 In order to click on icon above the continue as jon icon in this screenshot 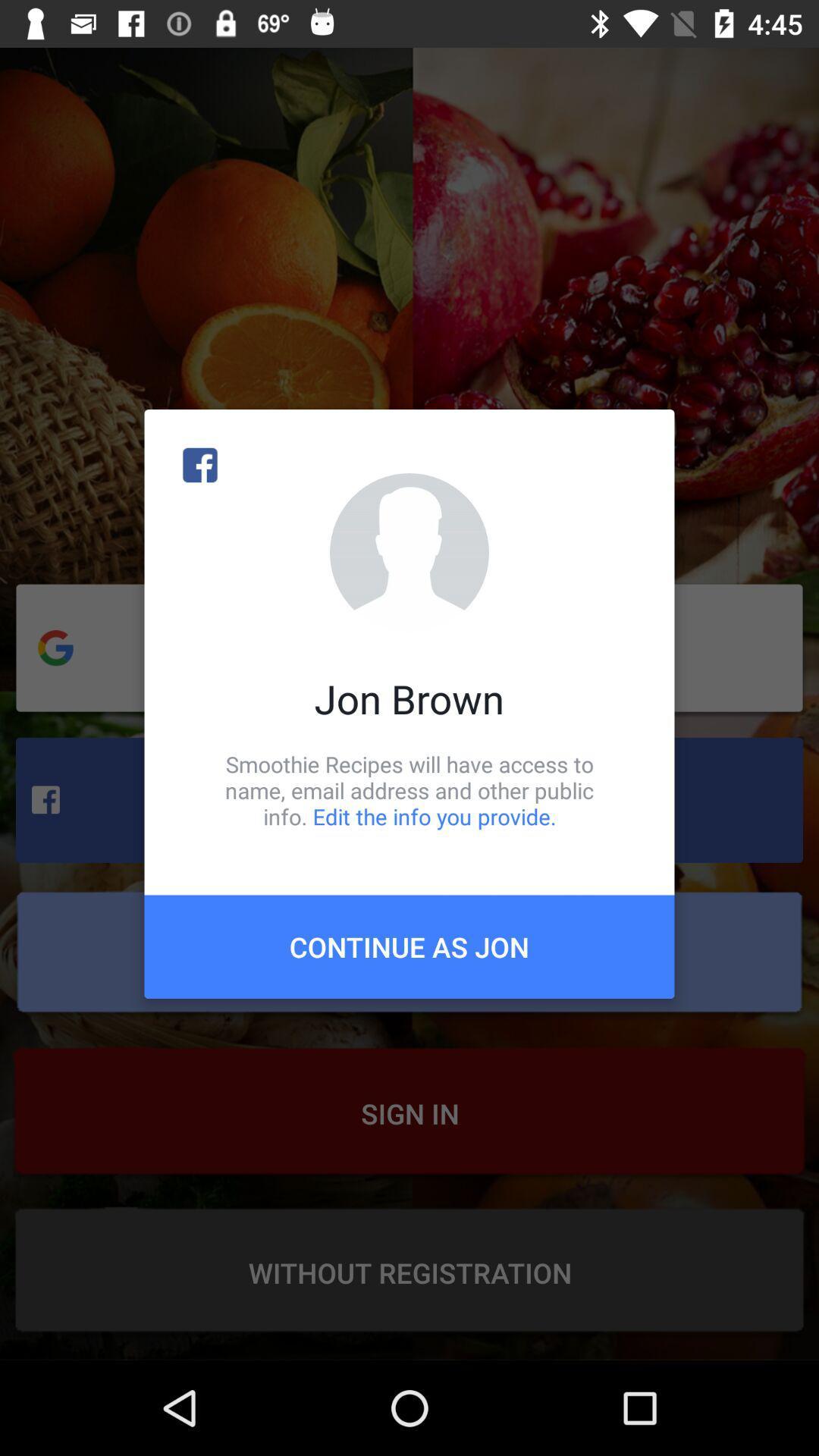, I will do `click(409, 789)`.